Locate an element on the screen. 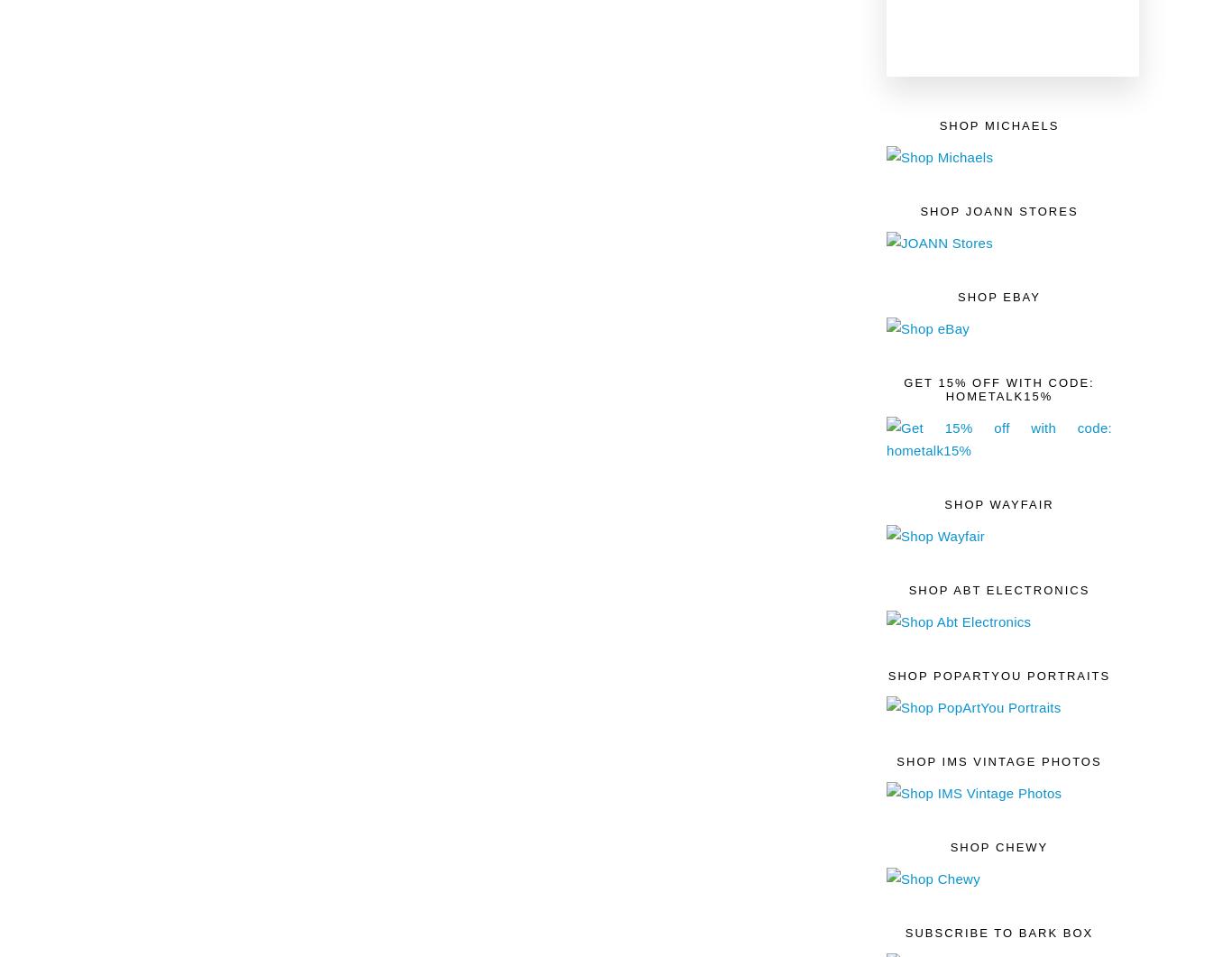 This screenshot has width=1232, height=957. 'Shop Joann Stores' is located at coordinates (998, 209).